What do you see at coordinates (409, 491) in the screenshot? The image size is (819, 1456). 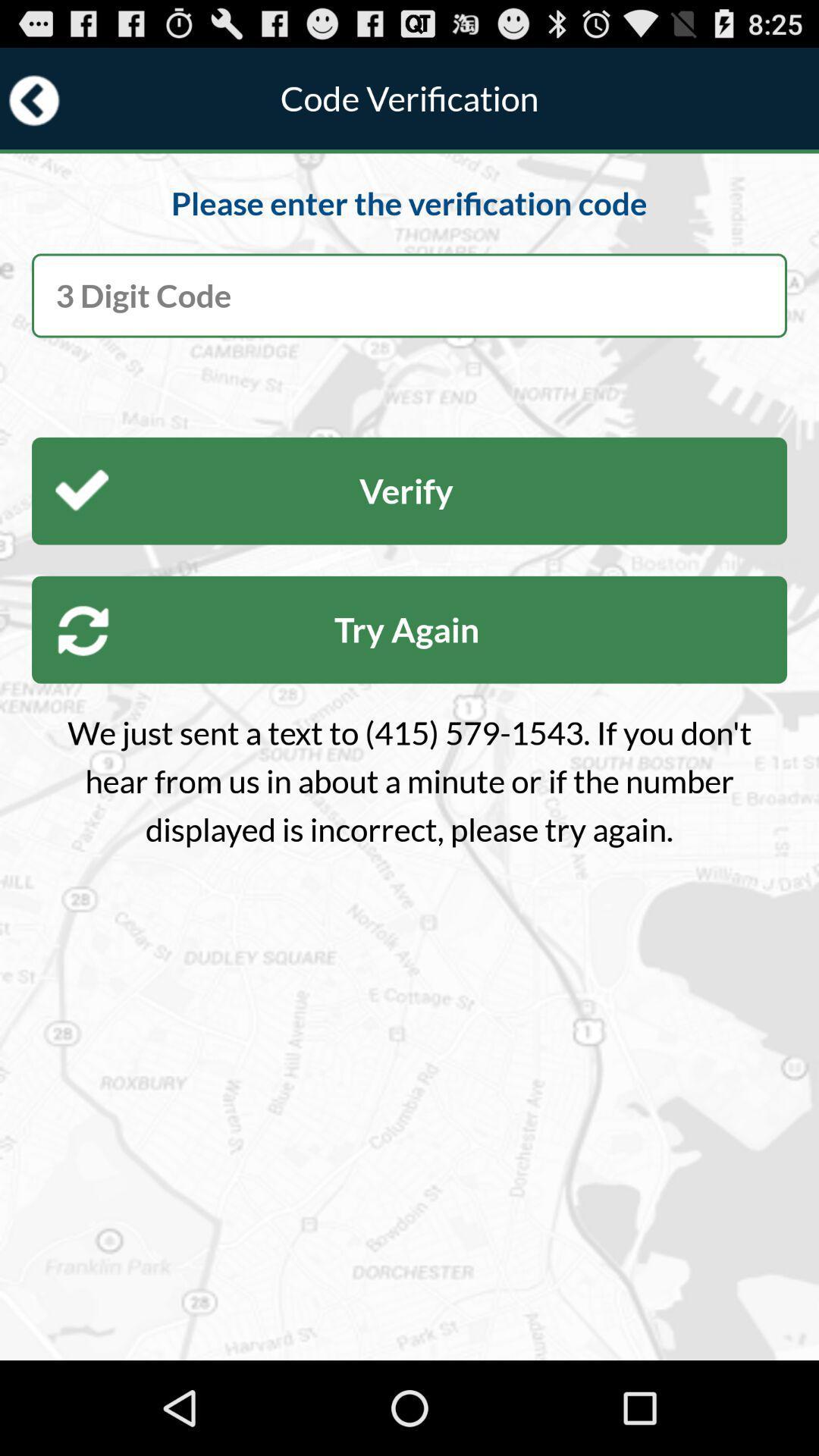 I see `item above try again item` at bounding box center [409, 491].